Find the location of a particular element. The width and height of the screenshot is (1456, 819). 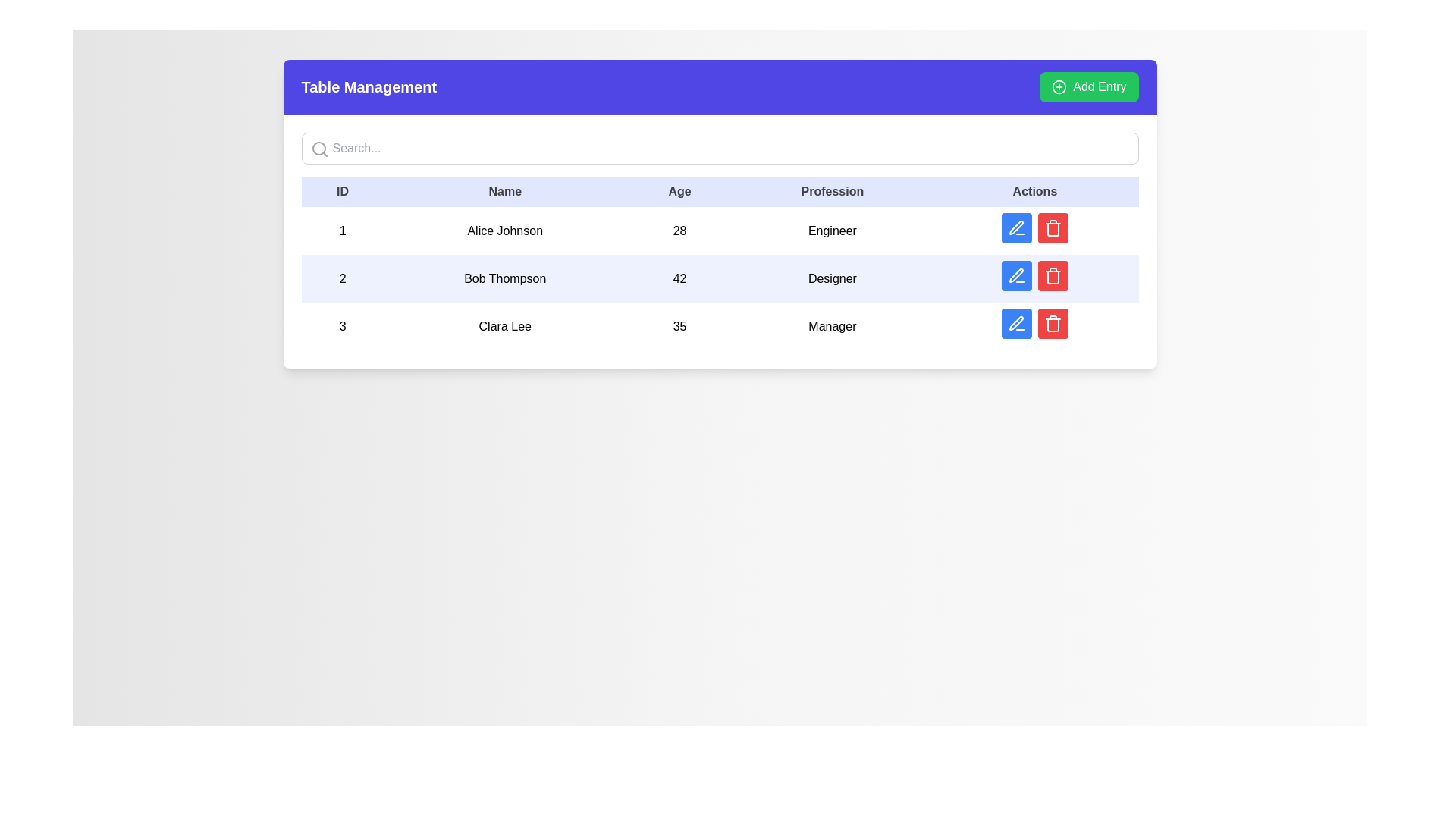

the interactive button group in the 'Actions' column for the row corresponding to 'Alice Johnson' is located at coordinates (1034, 231).